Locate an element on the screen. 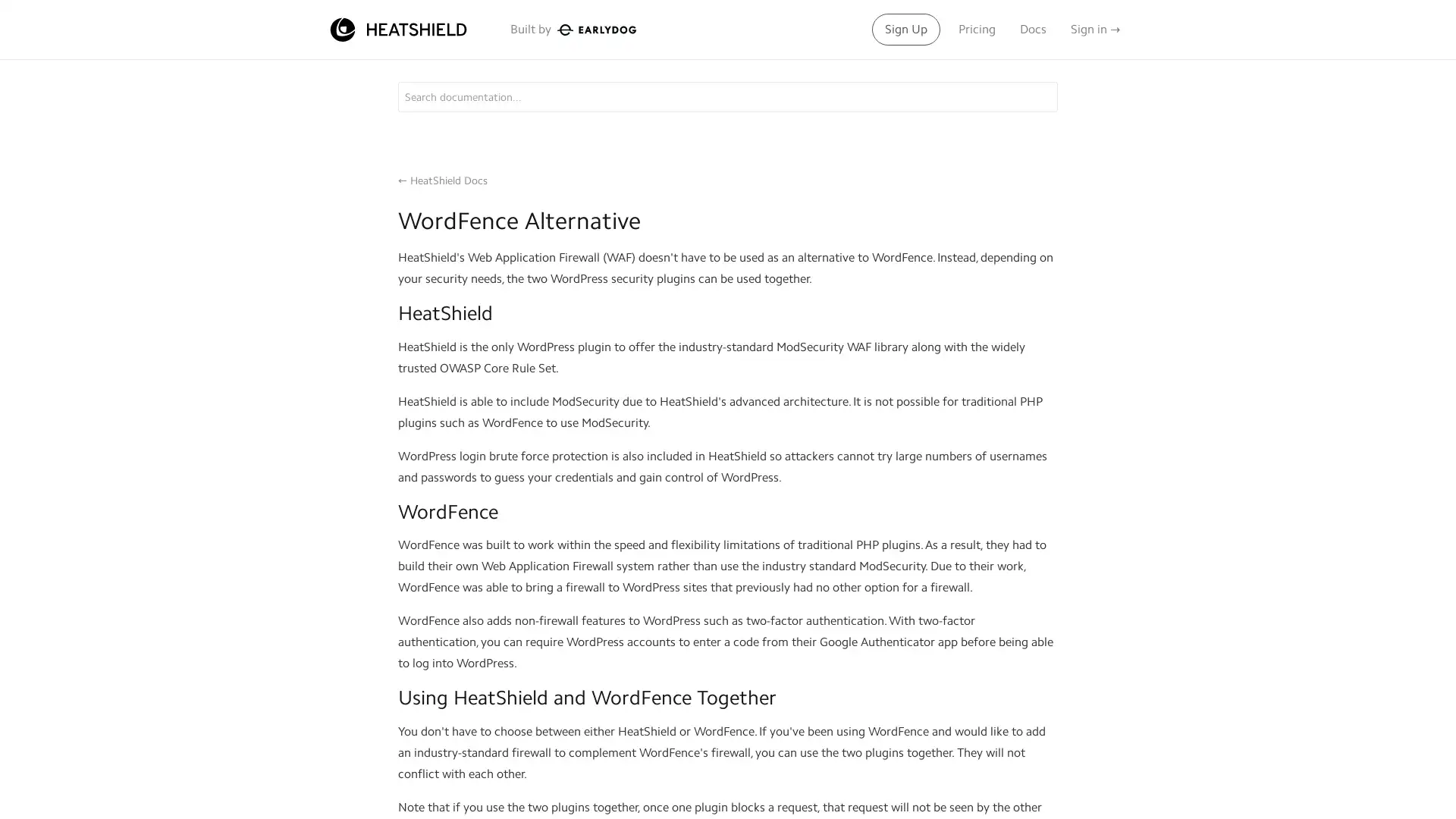 The height and width of the screenshot is (819, 1456). Pricing is located at coordinates (977, 29).